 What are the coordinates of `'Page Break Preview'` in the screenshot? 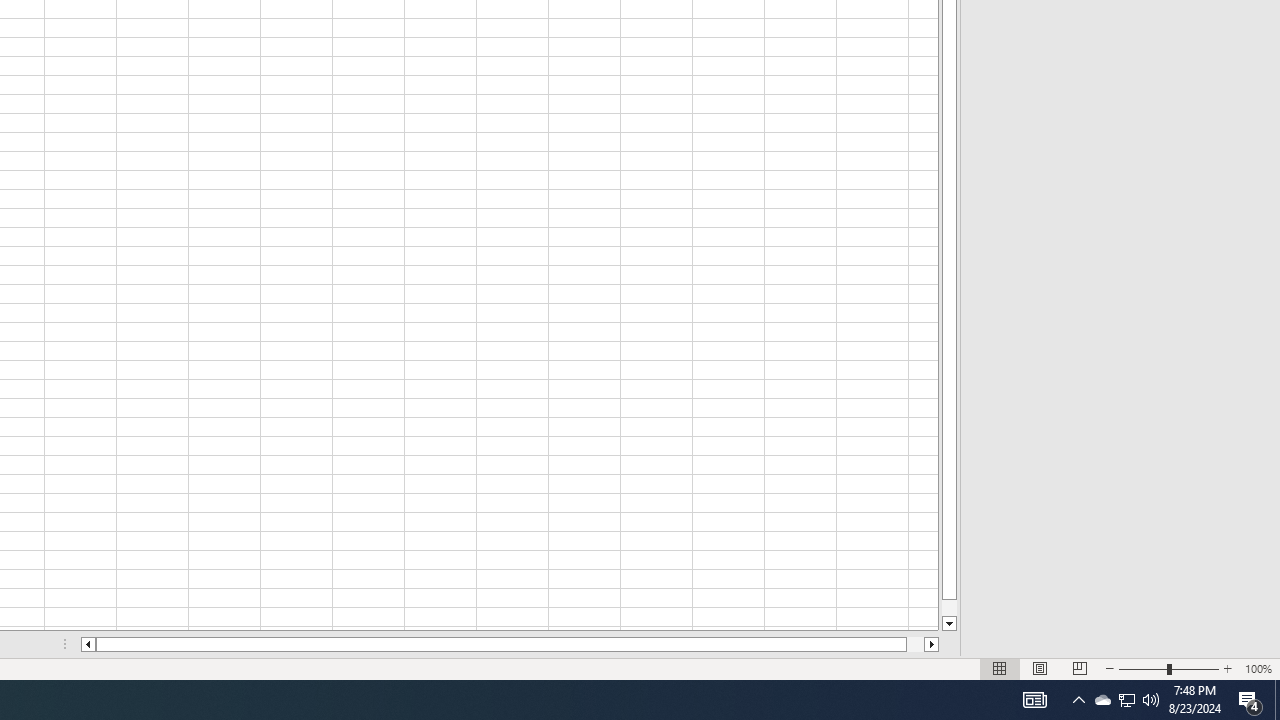 It's located at (1078, 669).